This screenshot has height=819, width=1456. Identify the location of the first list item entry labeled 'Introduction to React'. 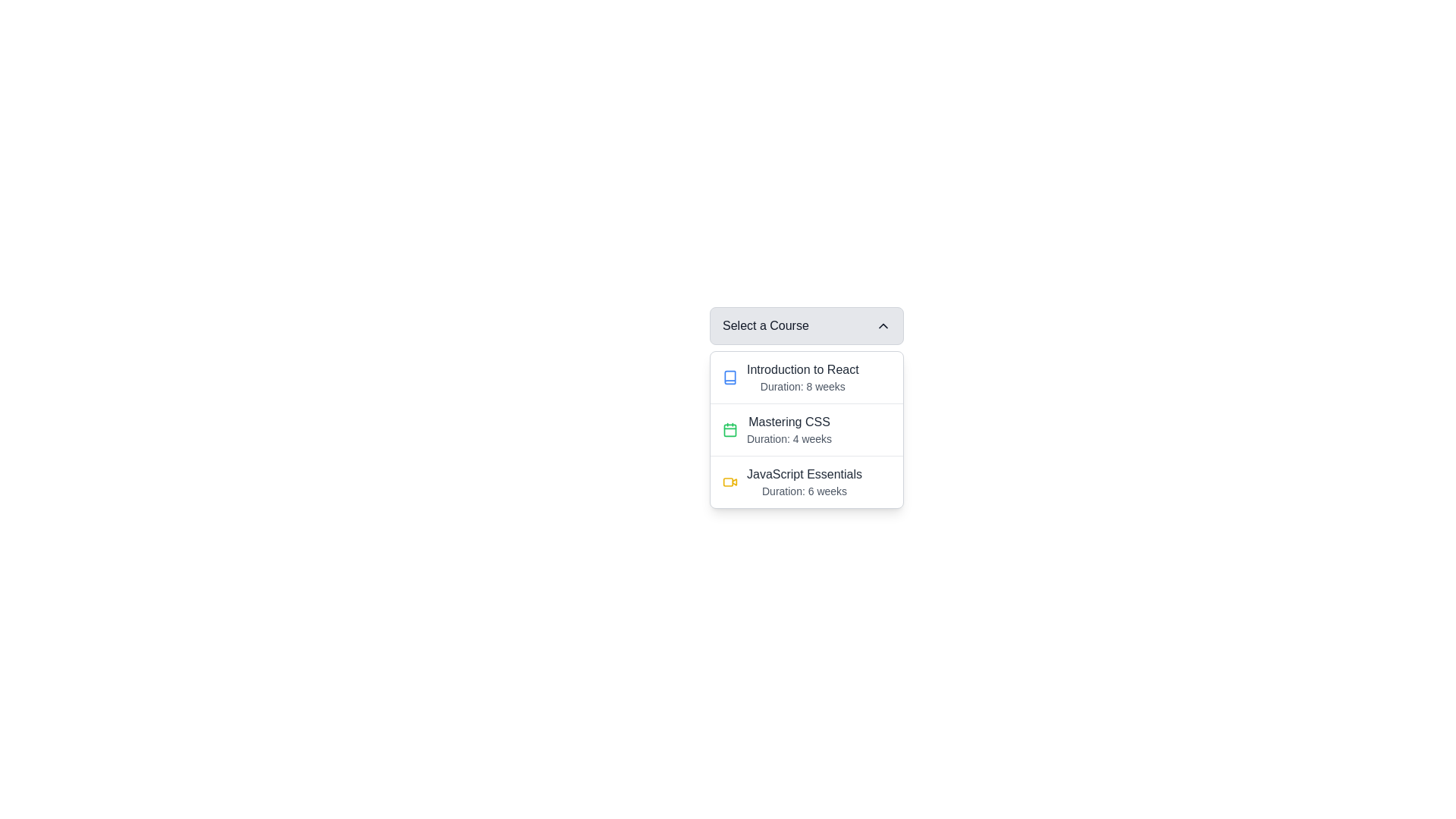
(806, 376).